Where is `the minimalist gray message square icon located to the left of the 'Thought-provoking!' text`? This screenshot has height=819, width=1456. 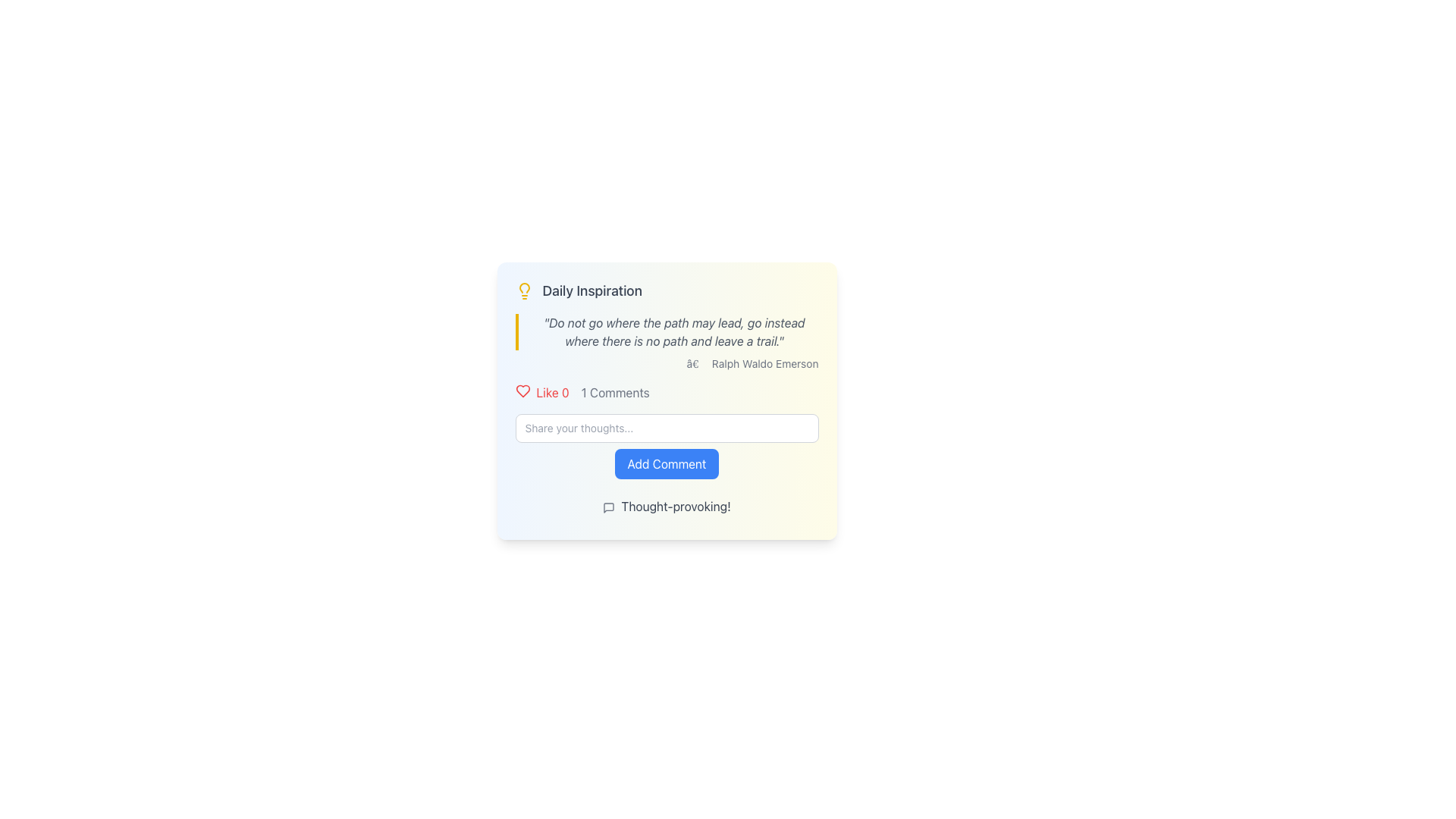 the minimalist gray message square icon located to the left of the 'Thought-provoking!' text is located at coordinates (609, 507).